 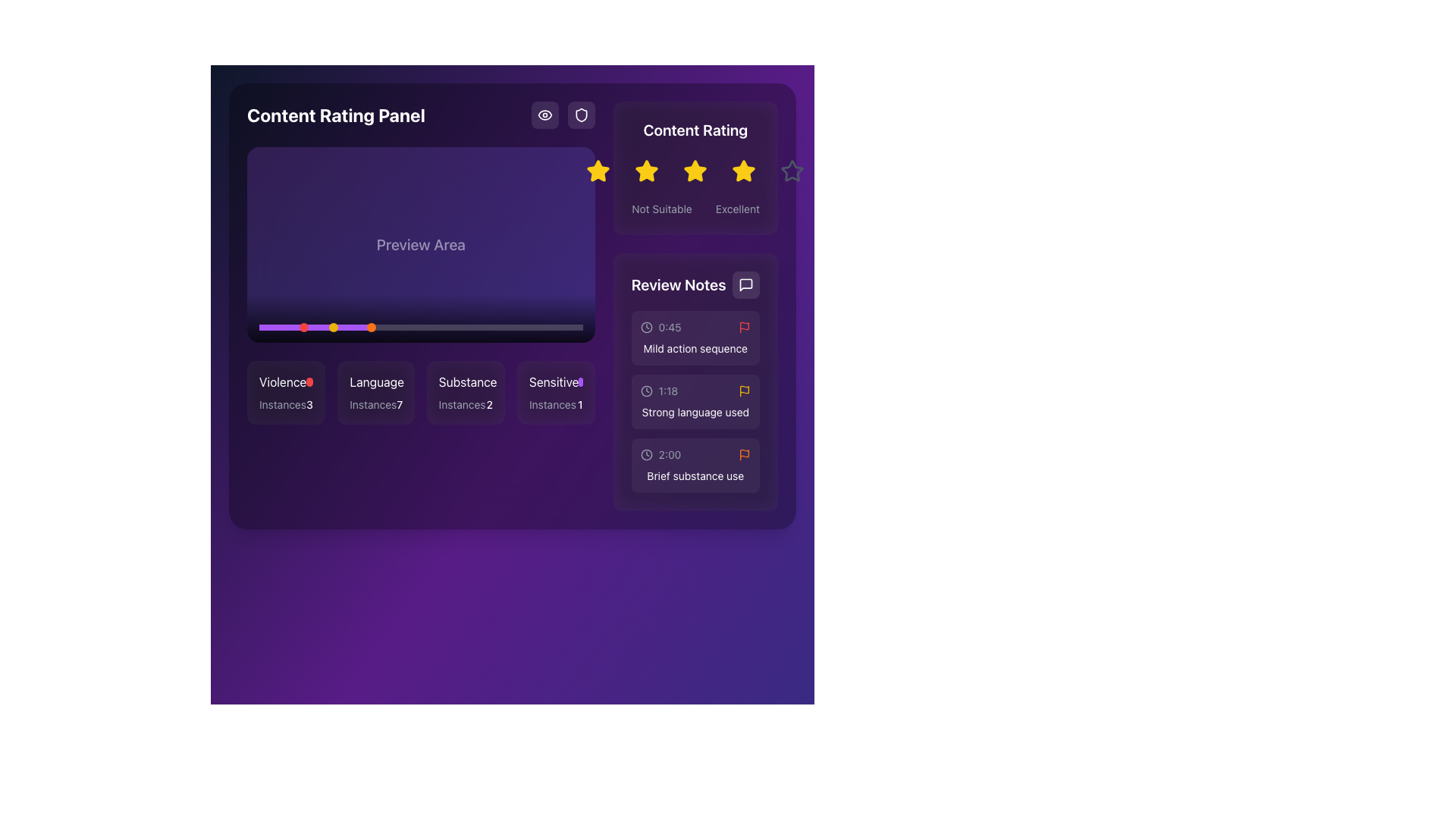 I want to click on the second star-shaped icon filled with yellow color in the 'Content Rating' section, so click(x=647, y=171).